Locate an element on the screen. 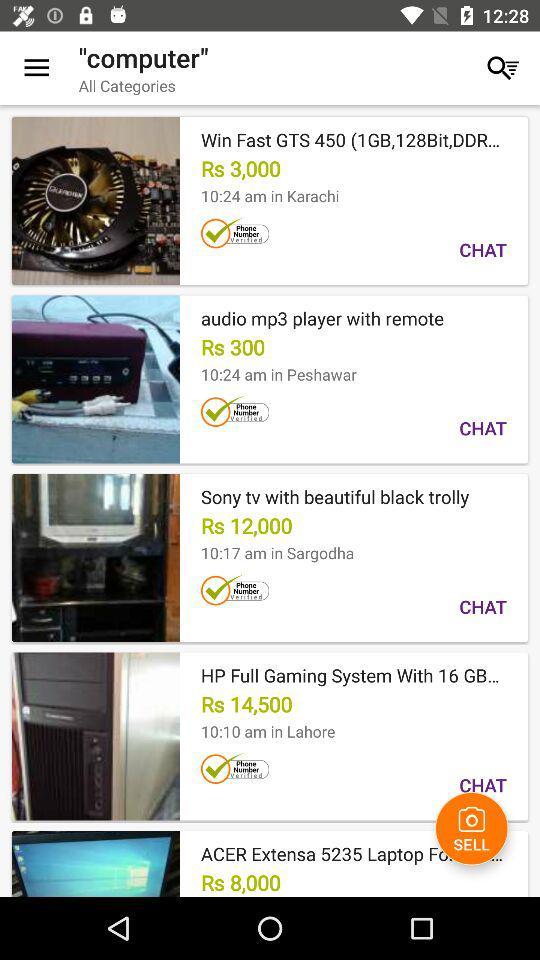 The image size is (540, 960). the app to the right of "computer" app is located at coordinates (502, 68).